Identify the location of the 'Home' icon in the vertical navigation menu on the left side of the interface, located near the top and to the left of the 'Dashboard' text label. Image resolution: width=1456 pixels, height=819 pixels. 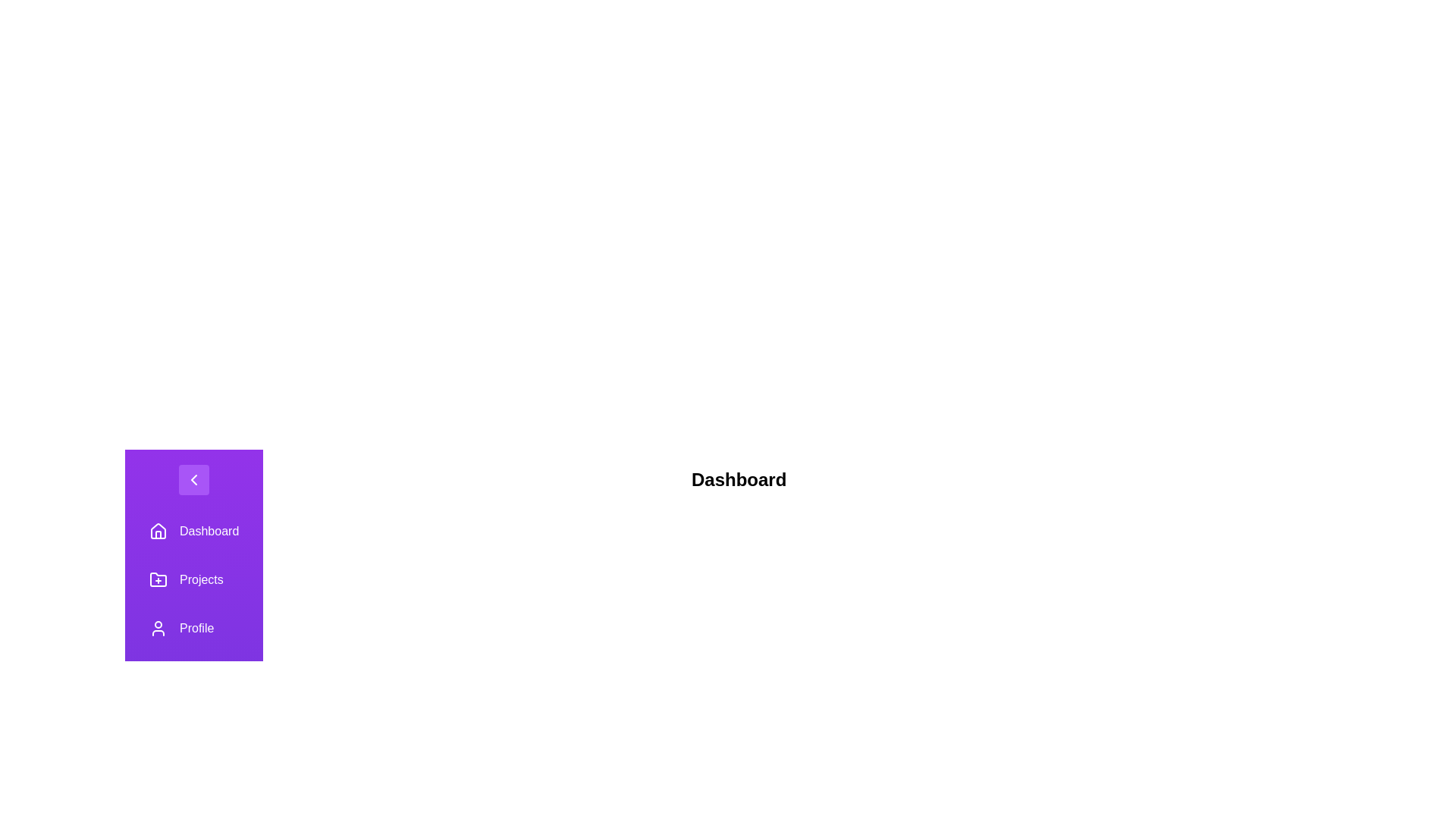
(158, 529).